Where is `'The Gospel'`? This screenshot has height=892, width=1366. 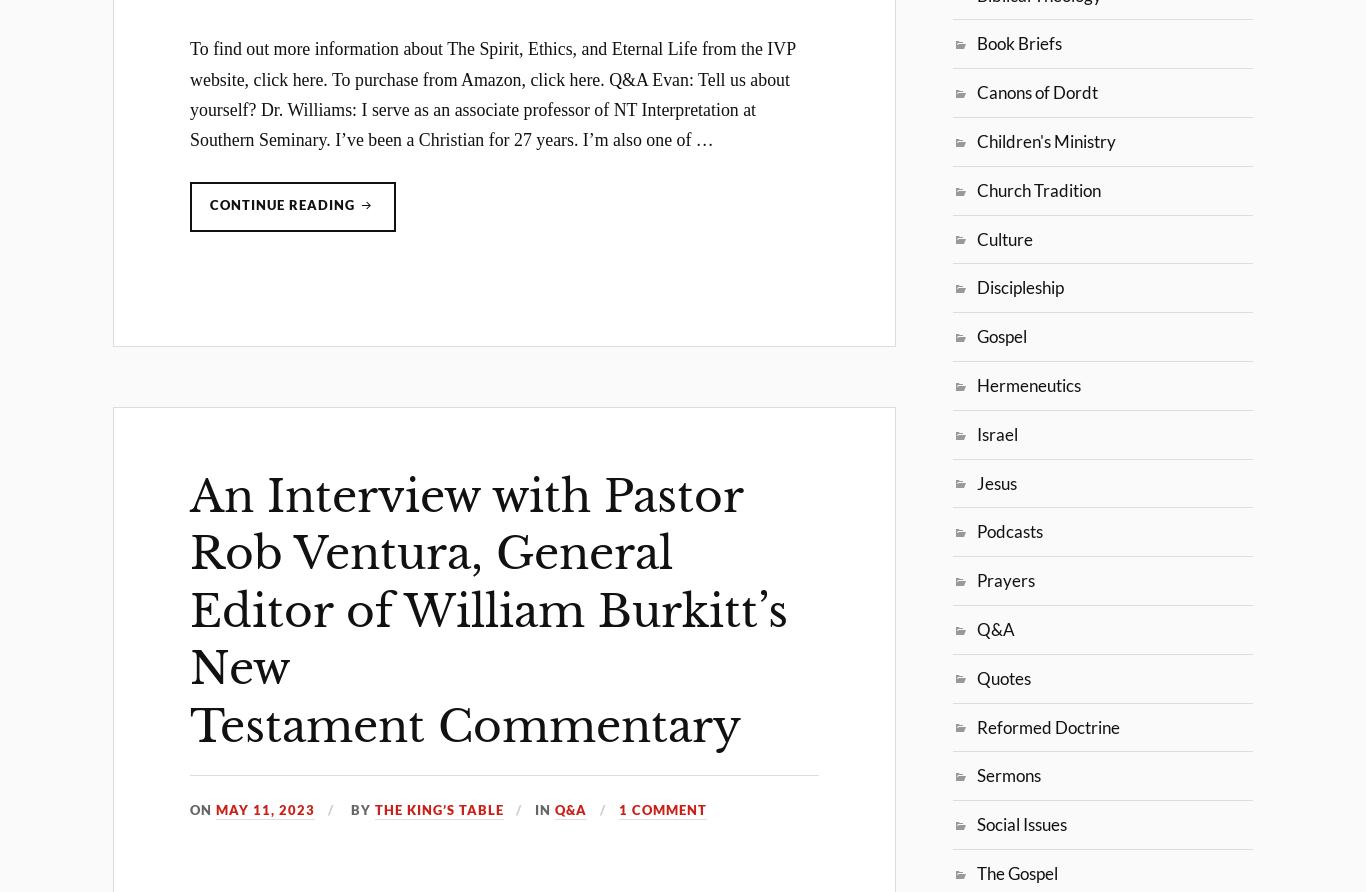
'The Gospel' is located at coordinates (976, 871).